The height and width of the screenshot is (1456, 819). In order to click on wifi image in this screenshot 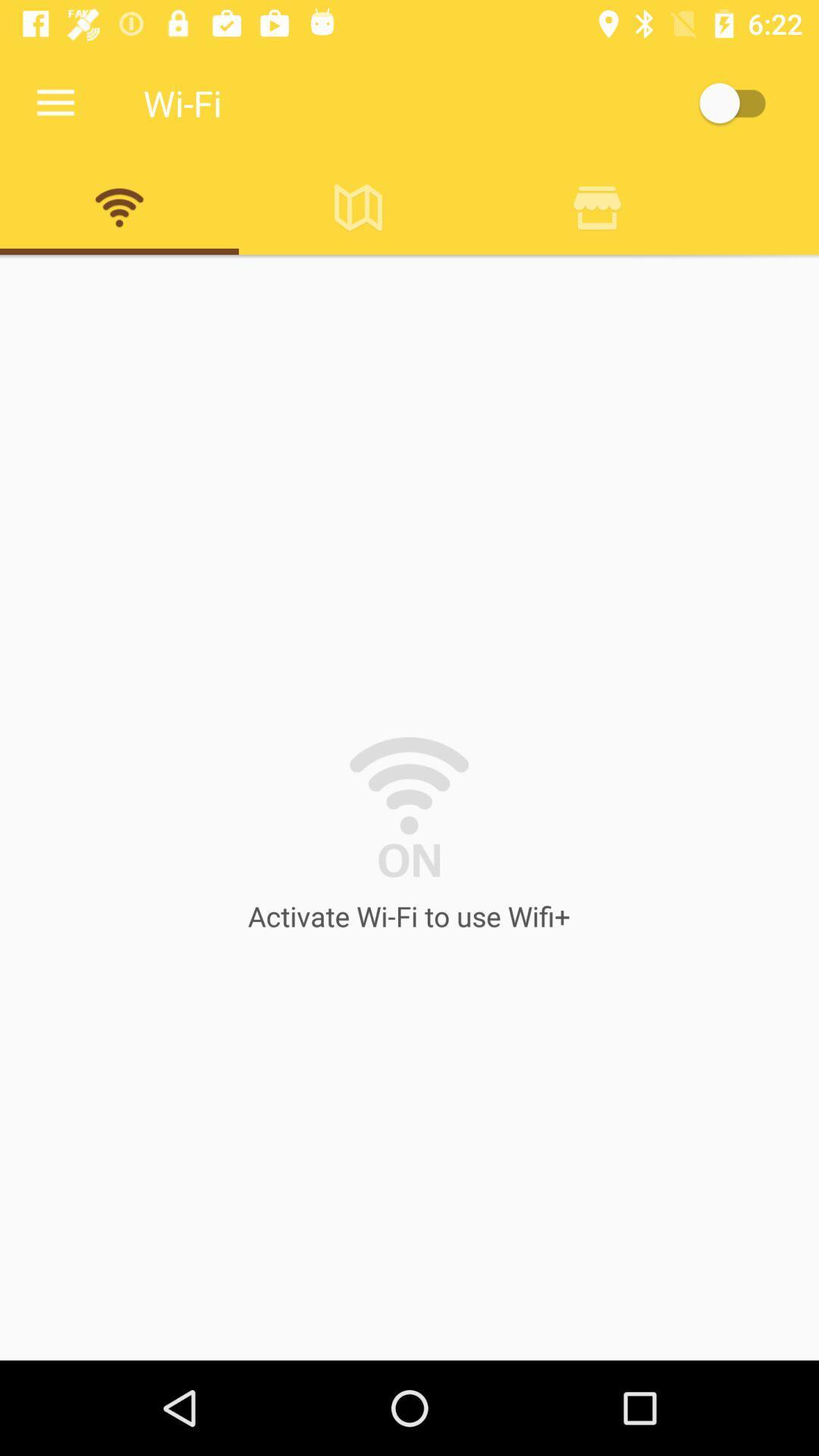, I will do `click(118, 206)`.